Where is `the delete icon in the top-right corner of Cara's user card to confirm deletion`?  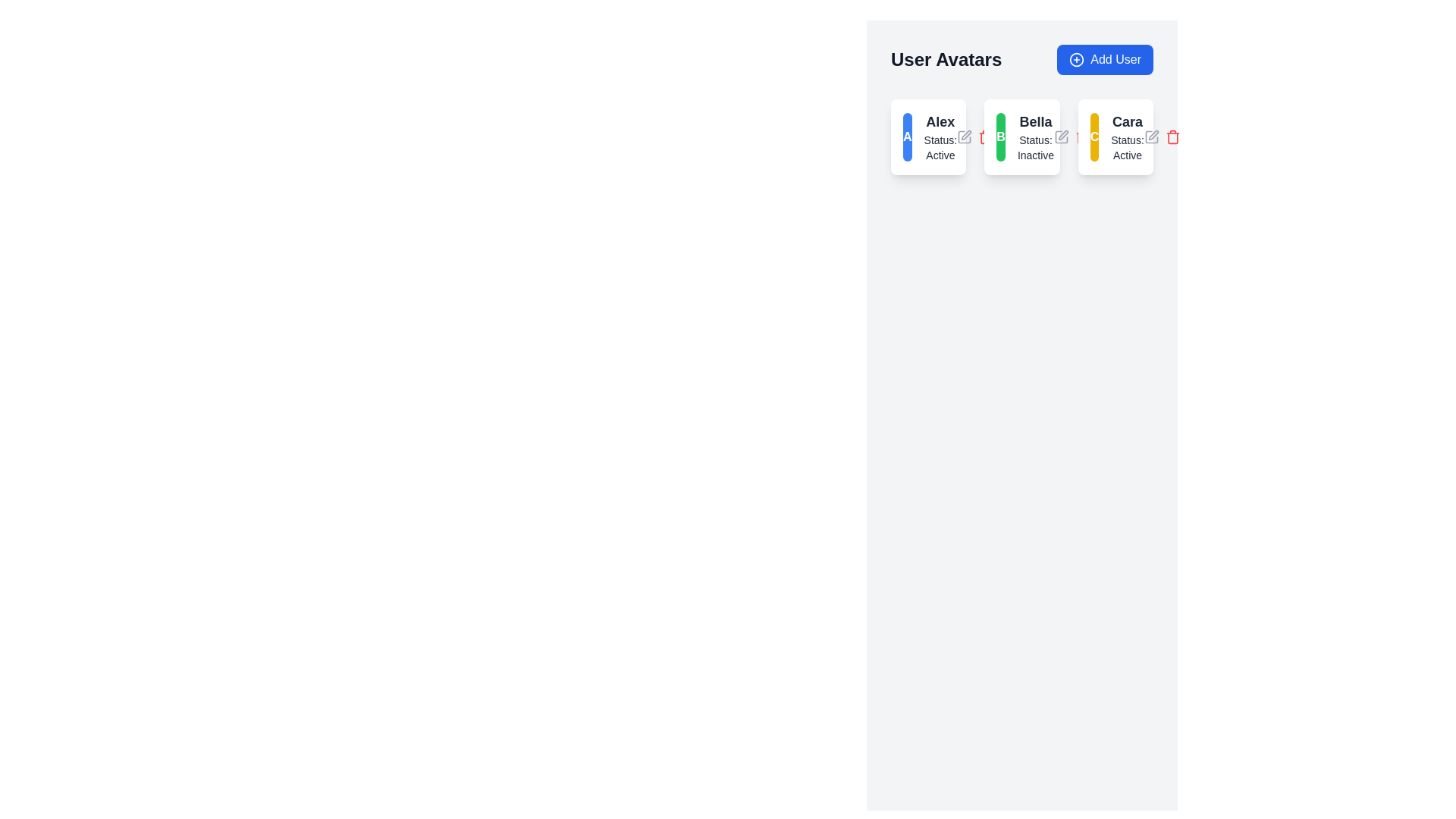
the delete icon in the top-right corner of Cara's user card to confirm deletion is located at coordinates (1161, 137).